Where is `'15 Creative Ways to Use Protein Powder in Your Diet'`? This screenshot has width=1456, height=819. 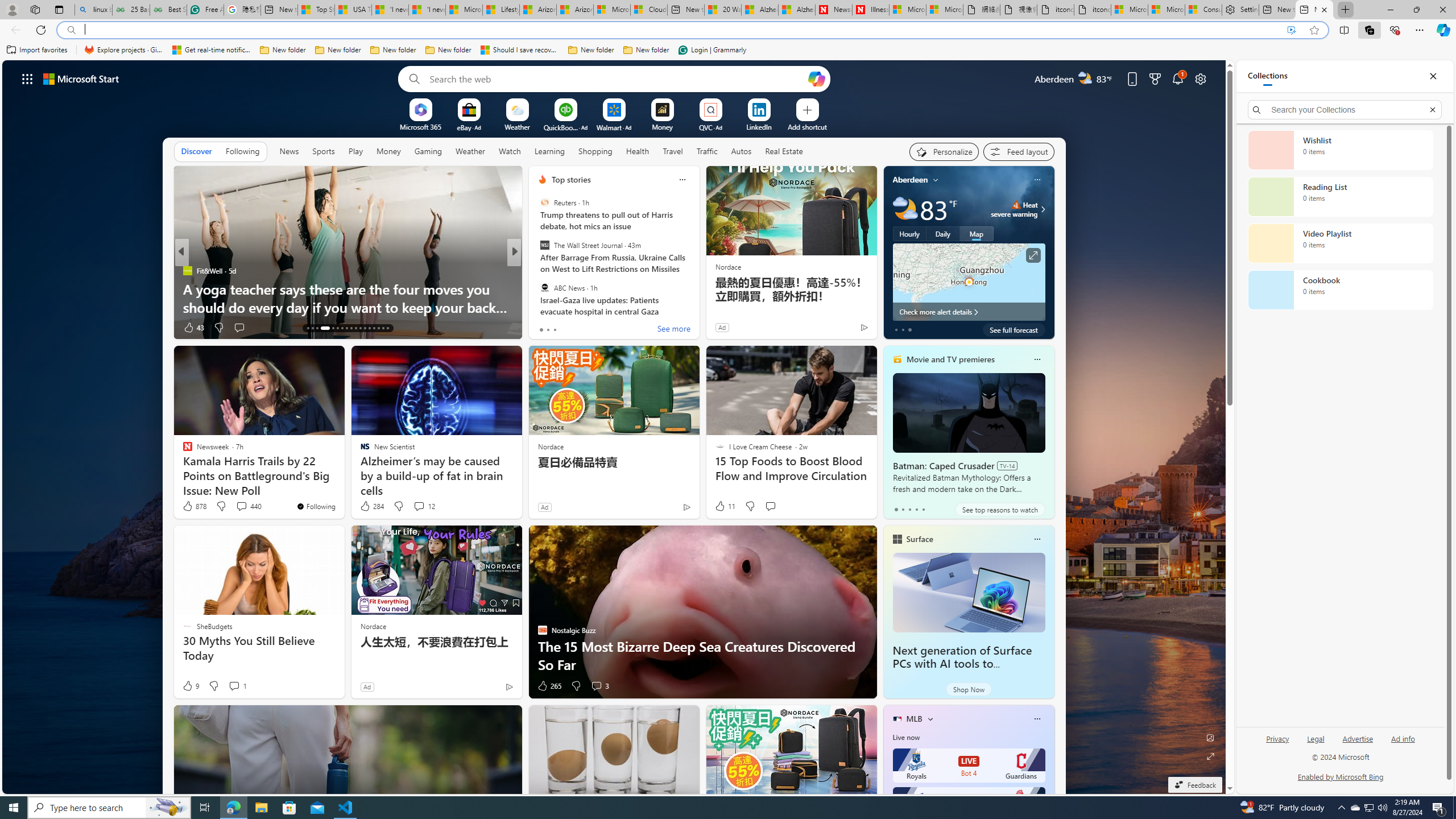 '15 Creative Ways to Use Protein Powder in Your Diet' is located at coordinates (698, 307).